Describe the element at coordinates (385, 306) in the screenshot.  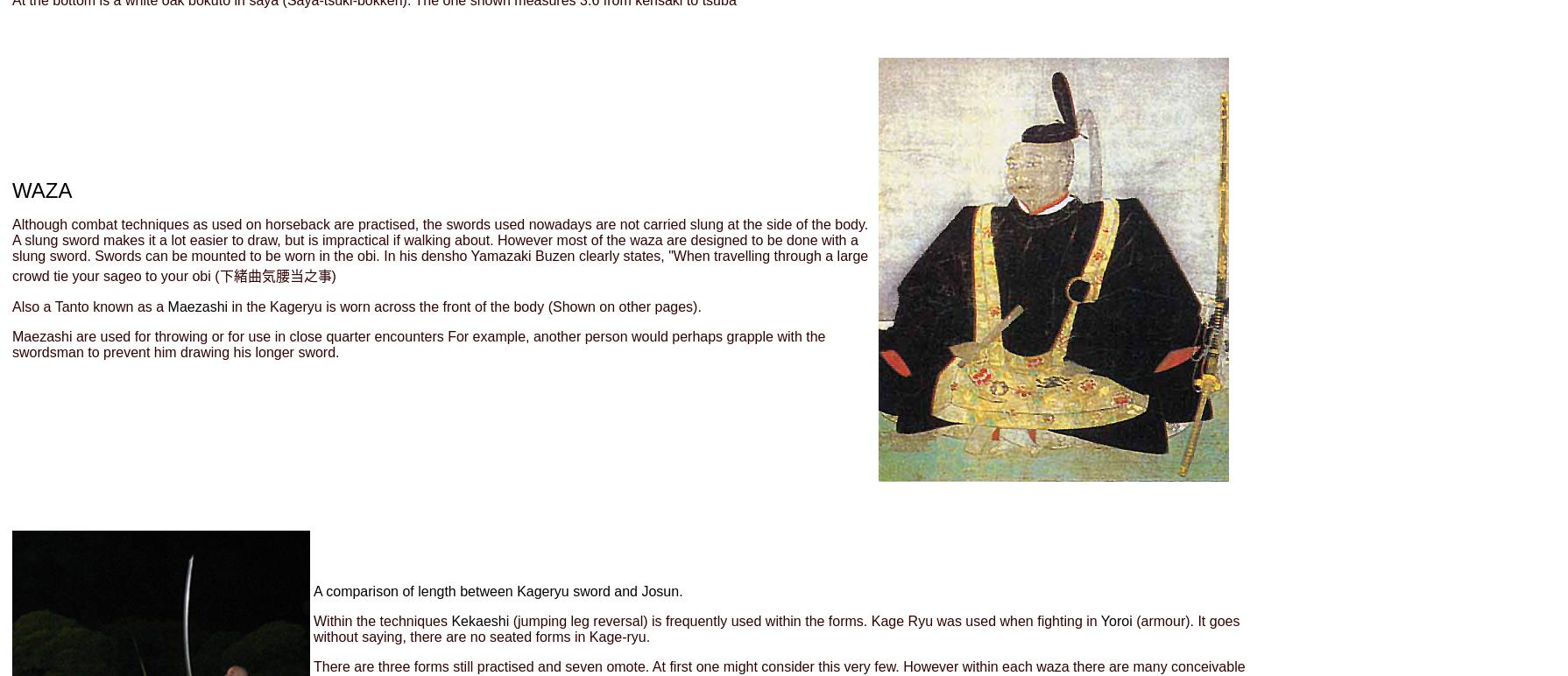
I see `'in the Kageryu is worn across the front of the body'` at that location.